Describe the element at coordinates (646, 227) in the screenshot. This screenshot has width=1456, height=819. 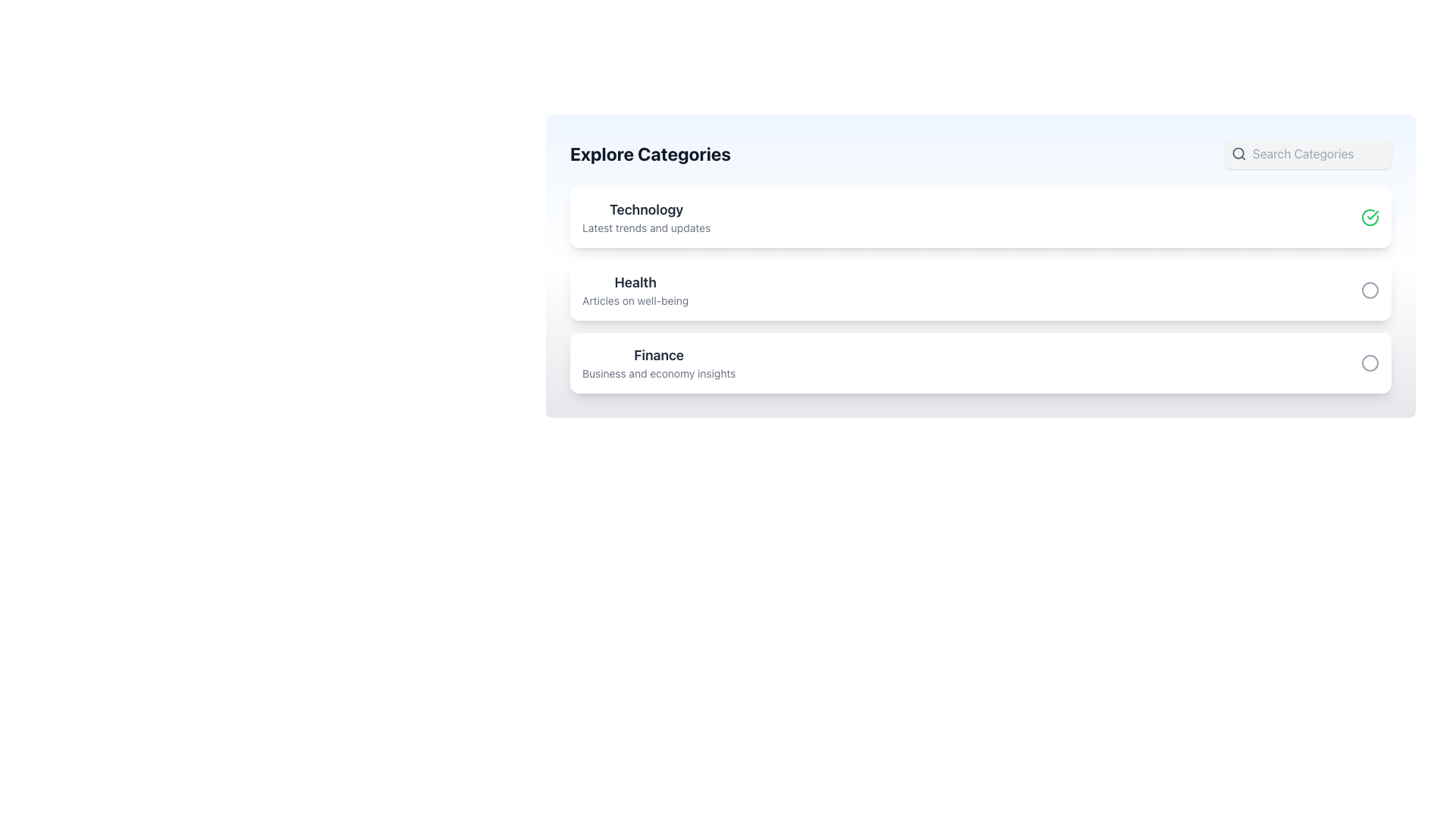
I see `text label that provides additional details under the 'Technology' category, located in the second line of the card-like section` at that location.